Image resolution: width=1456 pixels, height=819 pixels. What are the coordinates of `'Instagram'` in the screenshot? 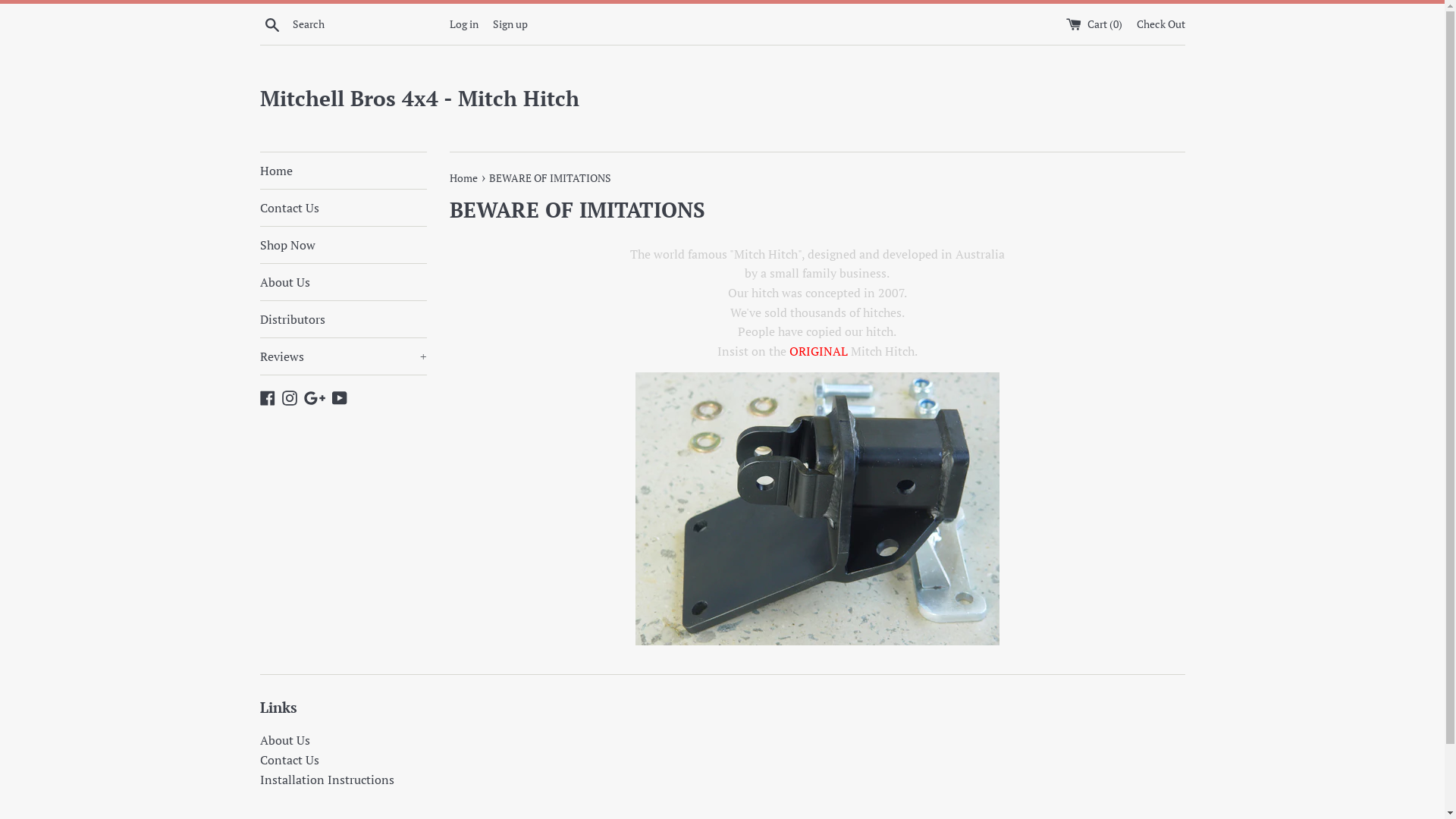 It's located at (290, 396).